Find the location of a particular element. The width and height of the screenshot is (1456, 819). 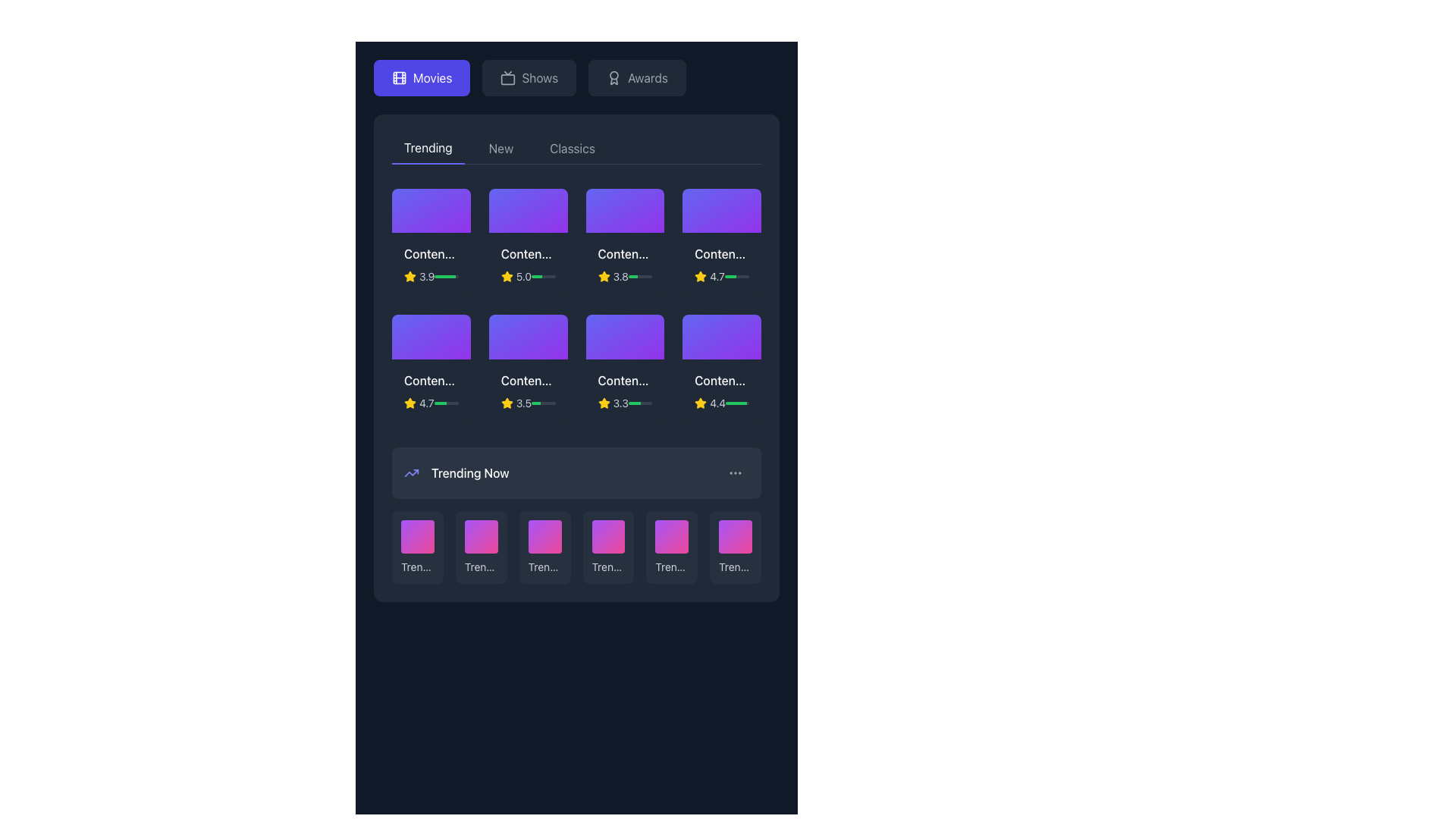

the yellow star-shaped icon representing ratings, located in the second row and third column of the content grid in the 'Trending' section is located at coordinates (507, 402).